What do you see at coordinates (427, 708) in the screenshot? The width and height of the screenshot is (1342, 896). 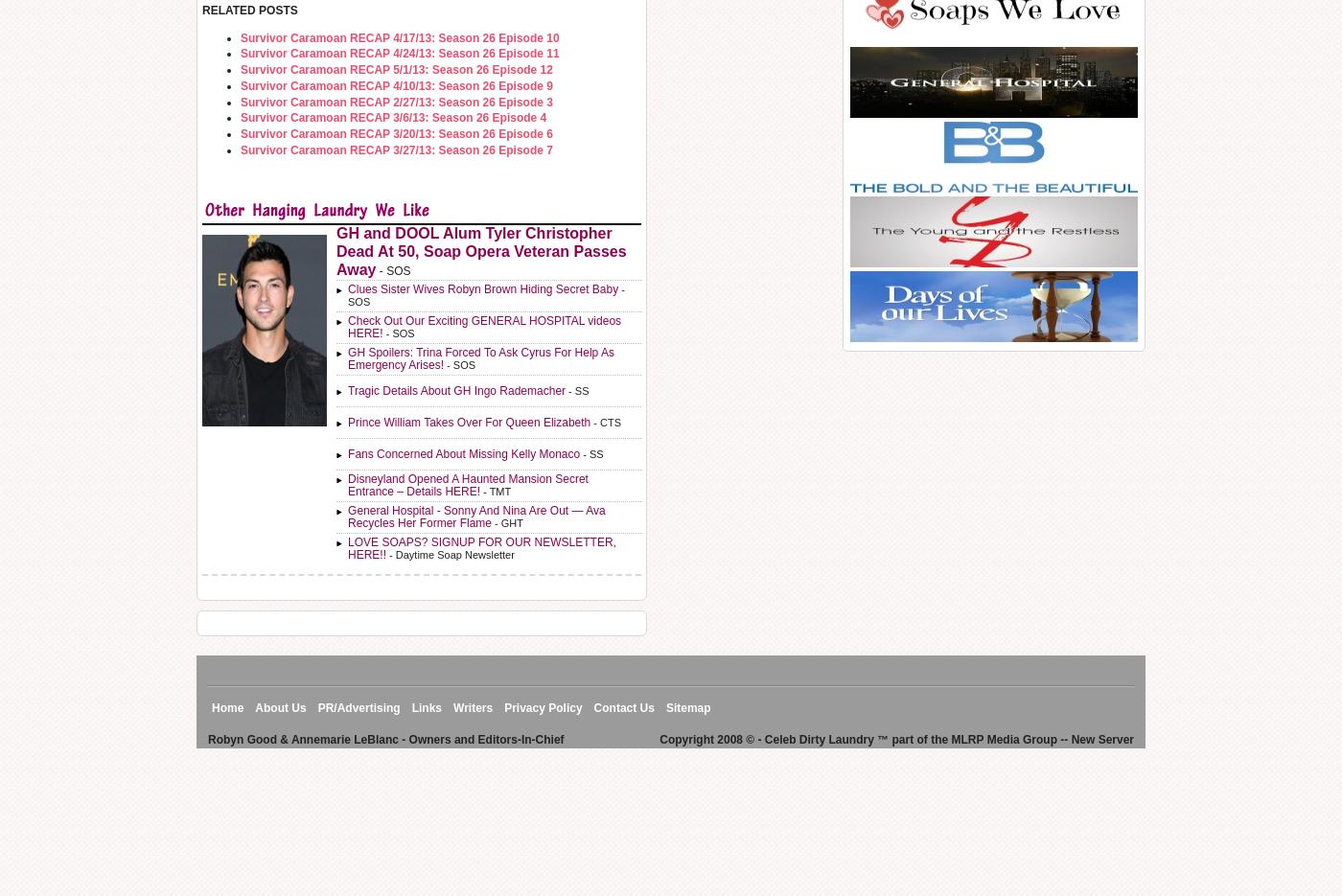 I see `'Links'` at bounding box center [427, 708].